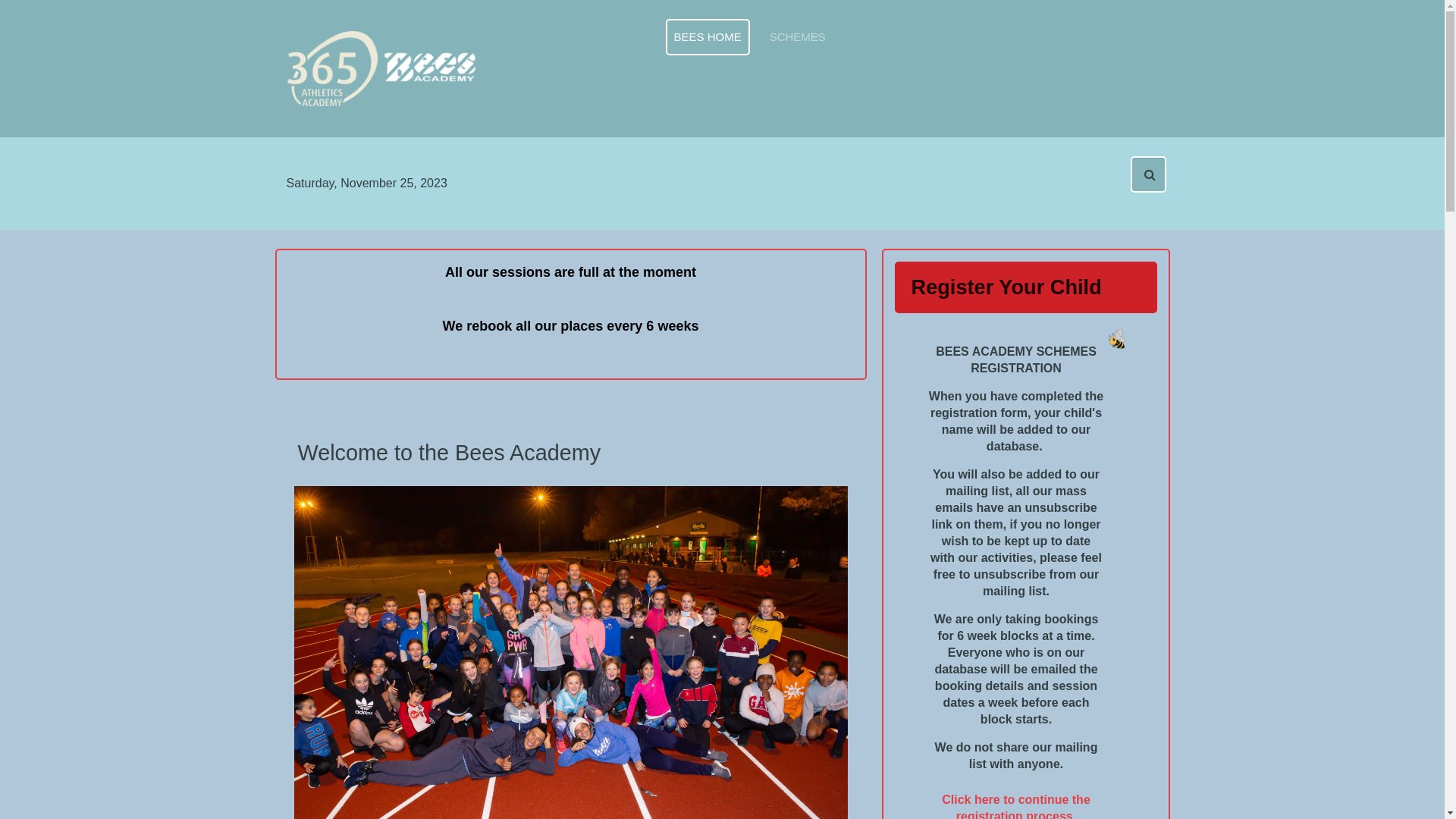  What do you see at coordinates (667, 36) in the screenshot?
I see `'BEES HOME'` at bounding box center [667, 36].